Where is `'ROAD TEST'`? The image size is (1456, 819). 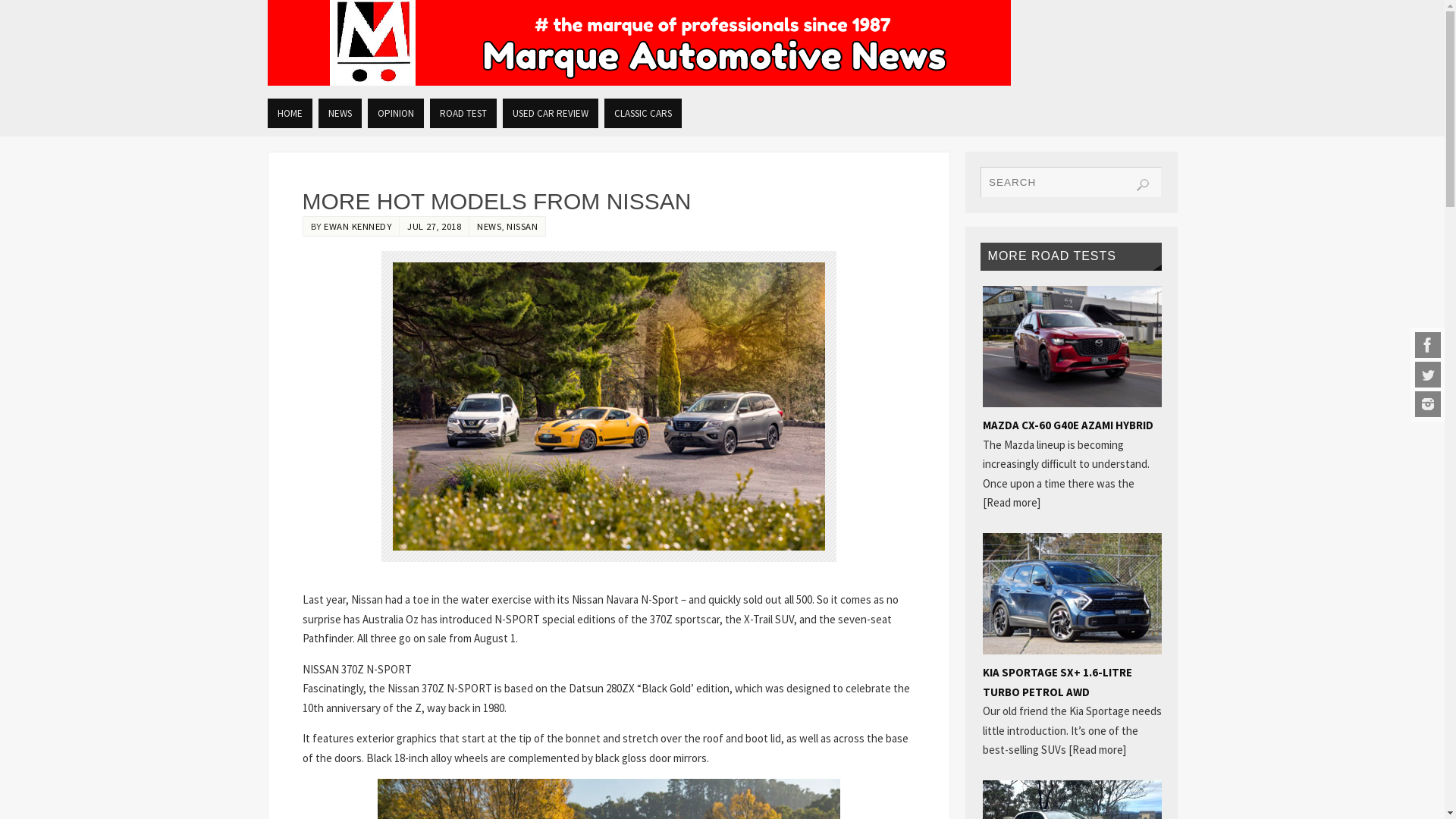 'ROAD TEST' is located at coordinates (461, 112).